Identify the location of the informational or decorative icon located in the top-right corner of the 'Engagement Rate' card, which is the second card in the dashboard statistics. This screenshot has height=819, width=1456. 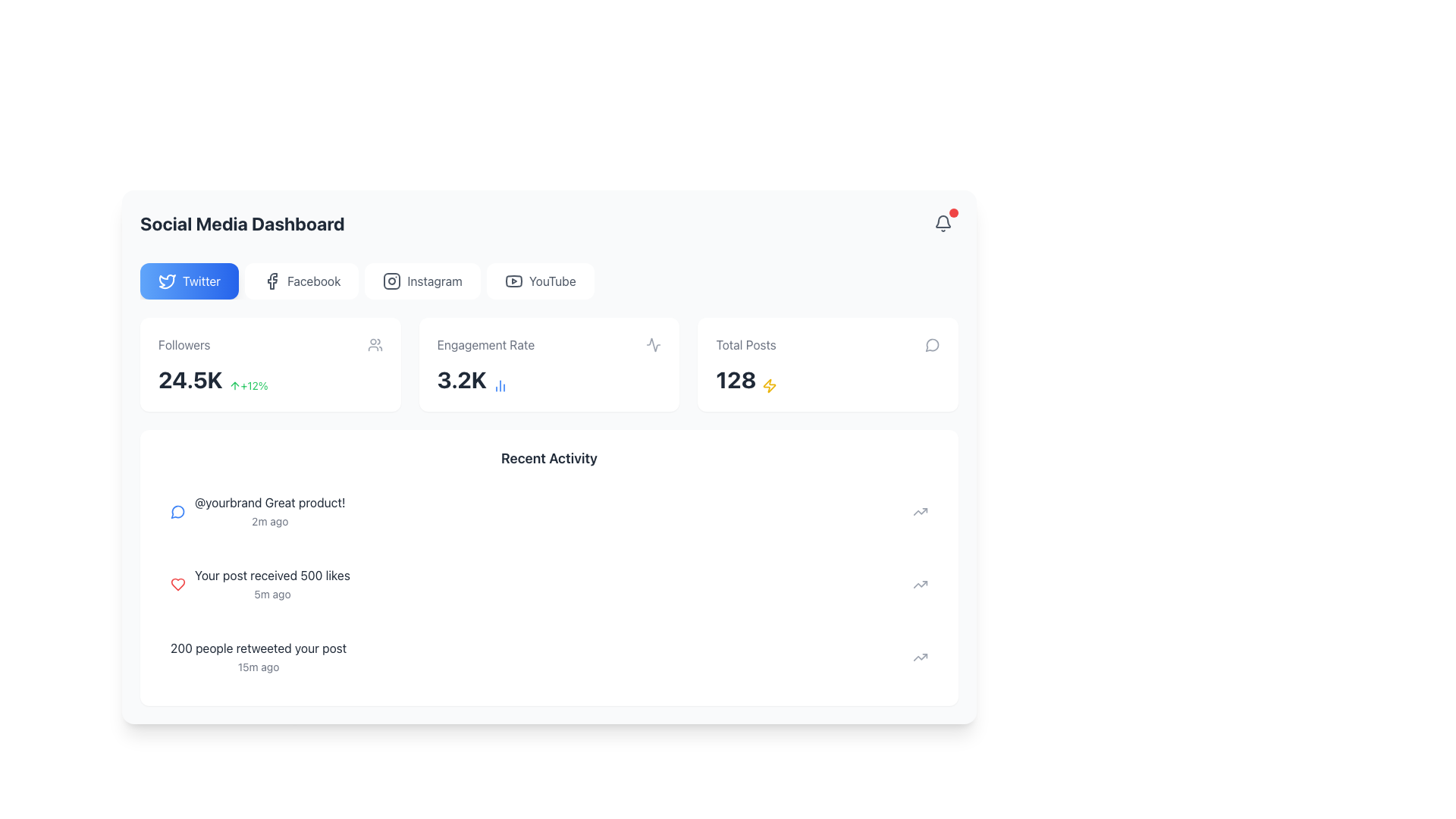
(654, 345).